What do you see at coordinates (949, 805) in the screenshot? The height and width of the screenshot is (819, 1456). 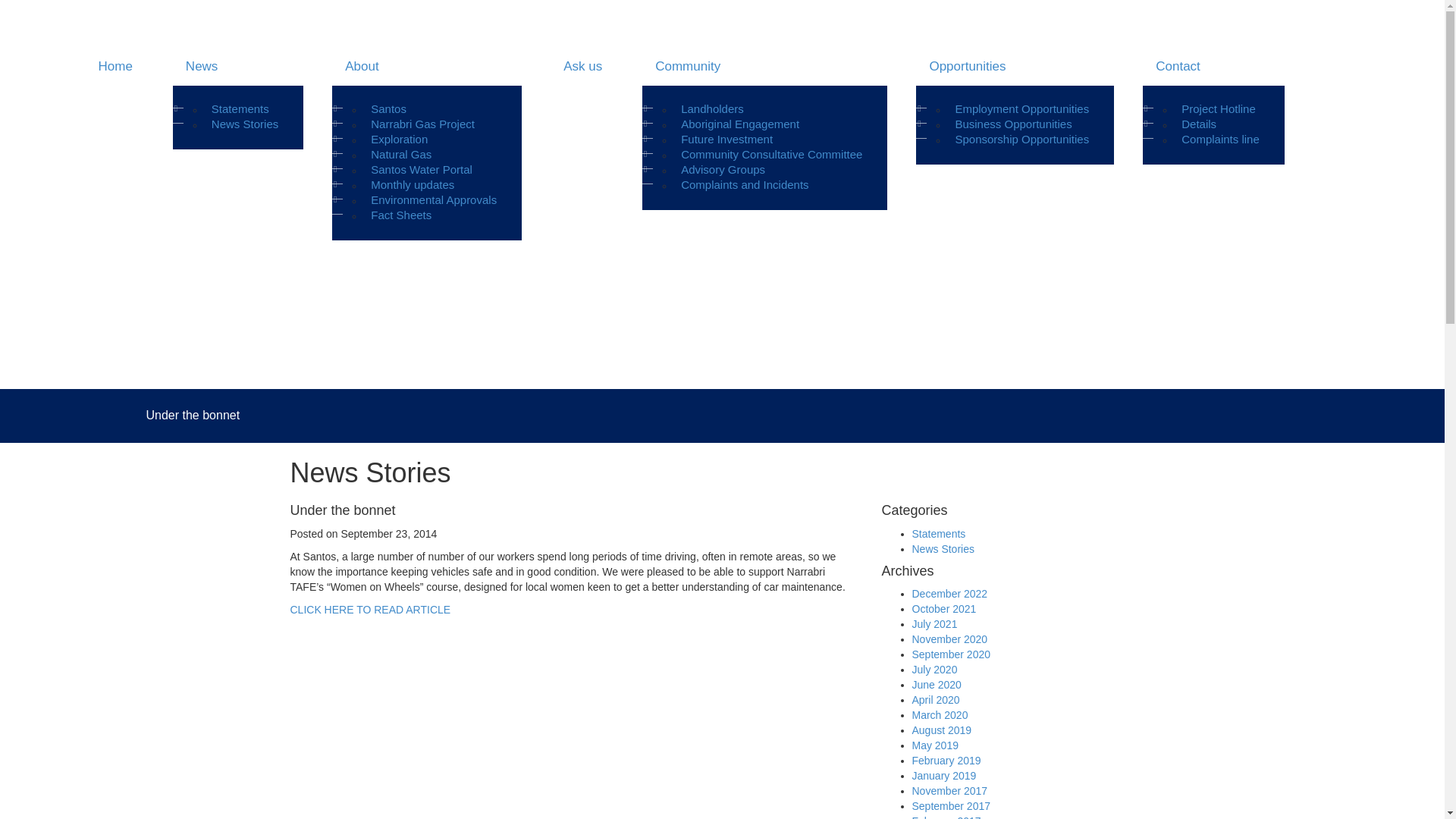 I see `'September 2017'` at bounding box center [949, 805].